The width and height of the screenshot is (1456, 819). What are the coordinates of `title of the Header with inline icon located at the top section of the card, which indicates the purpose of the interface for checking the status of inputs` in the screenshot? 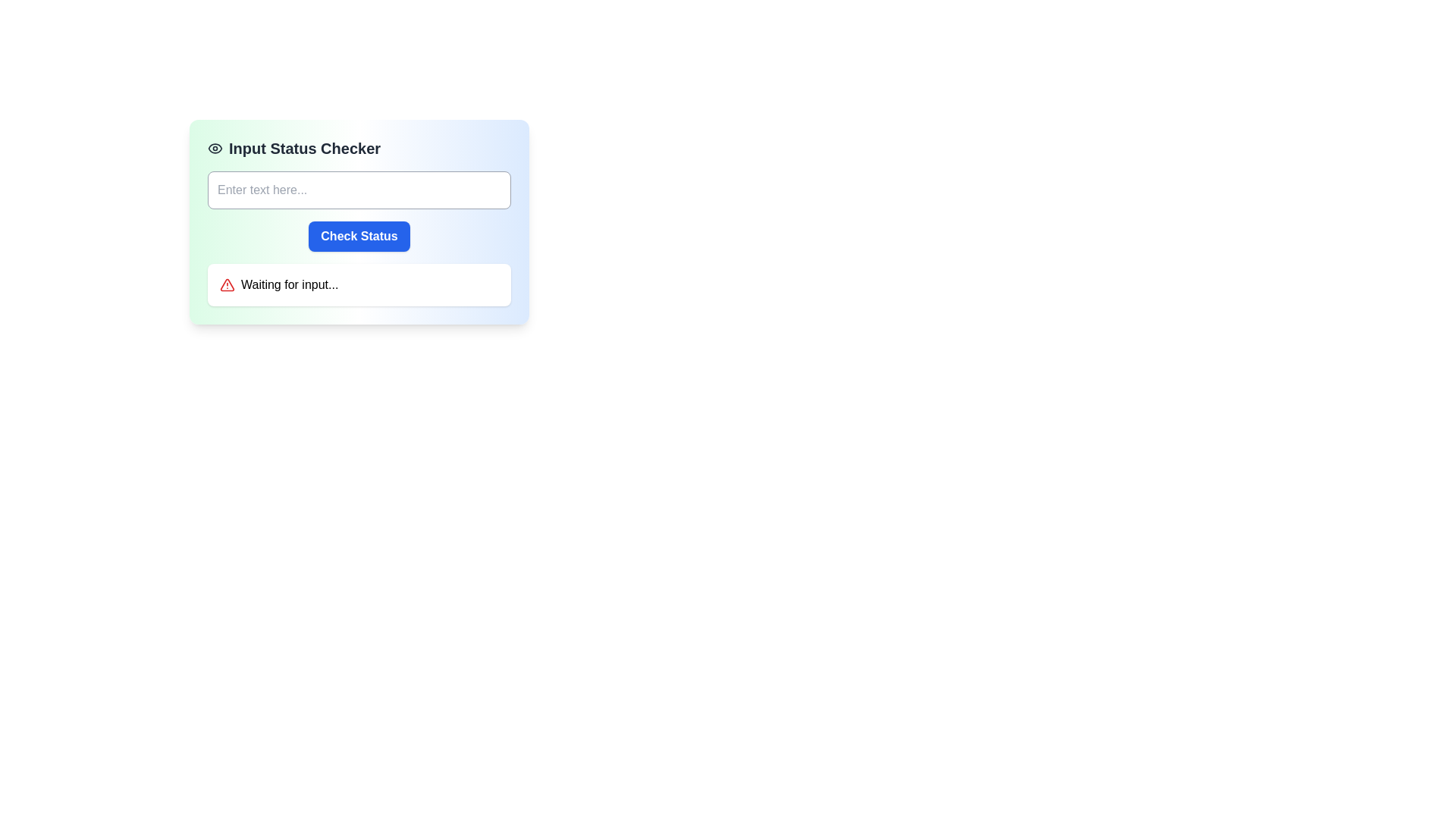 It's located at (359, 149).